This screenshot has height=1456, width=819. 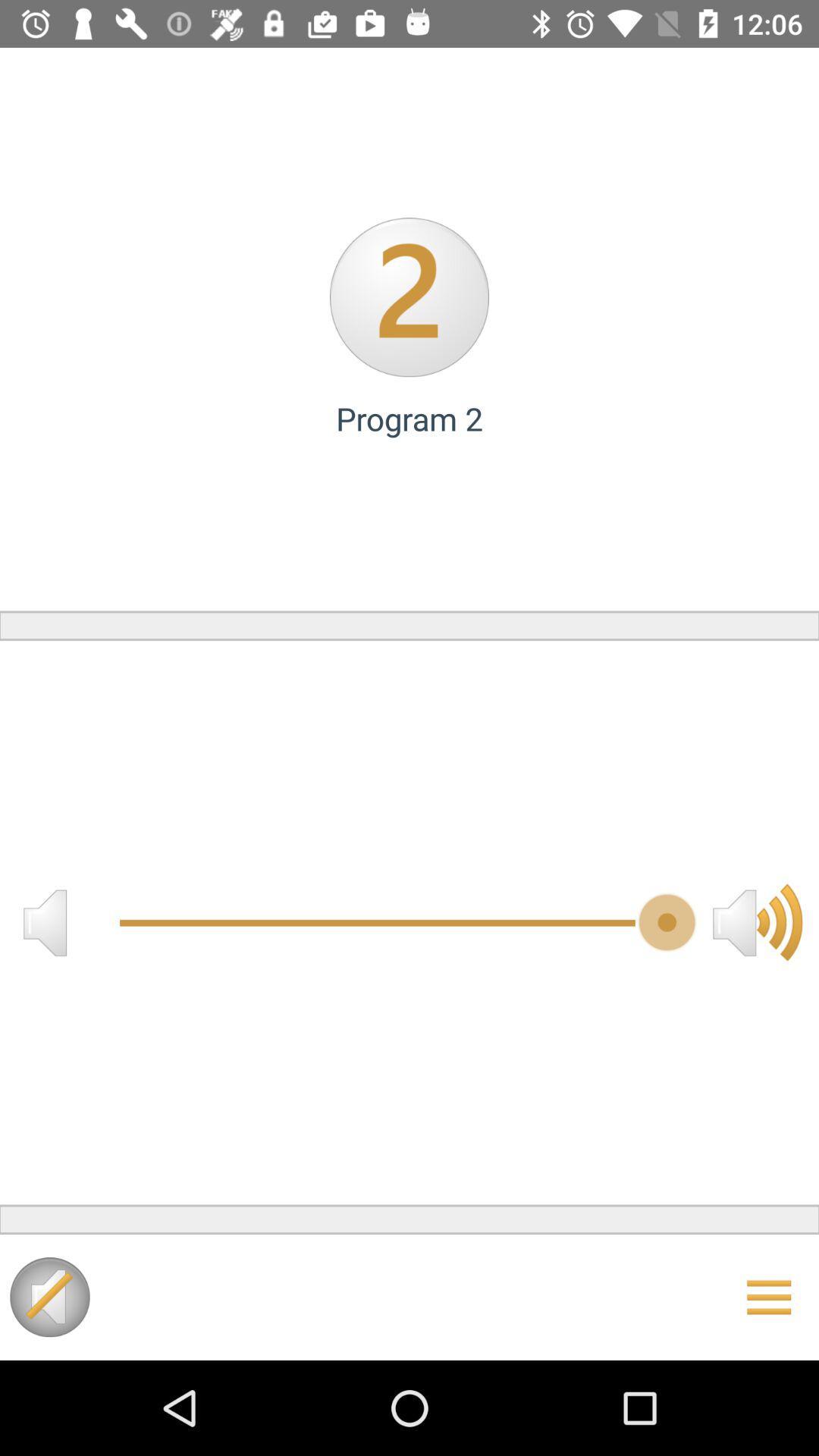 What do you see at coordinates (49, 1296) in the screenshot?
I see `mute` at bounding box center [49, 1296].